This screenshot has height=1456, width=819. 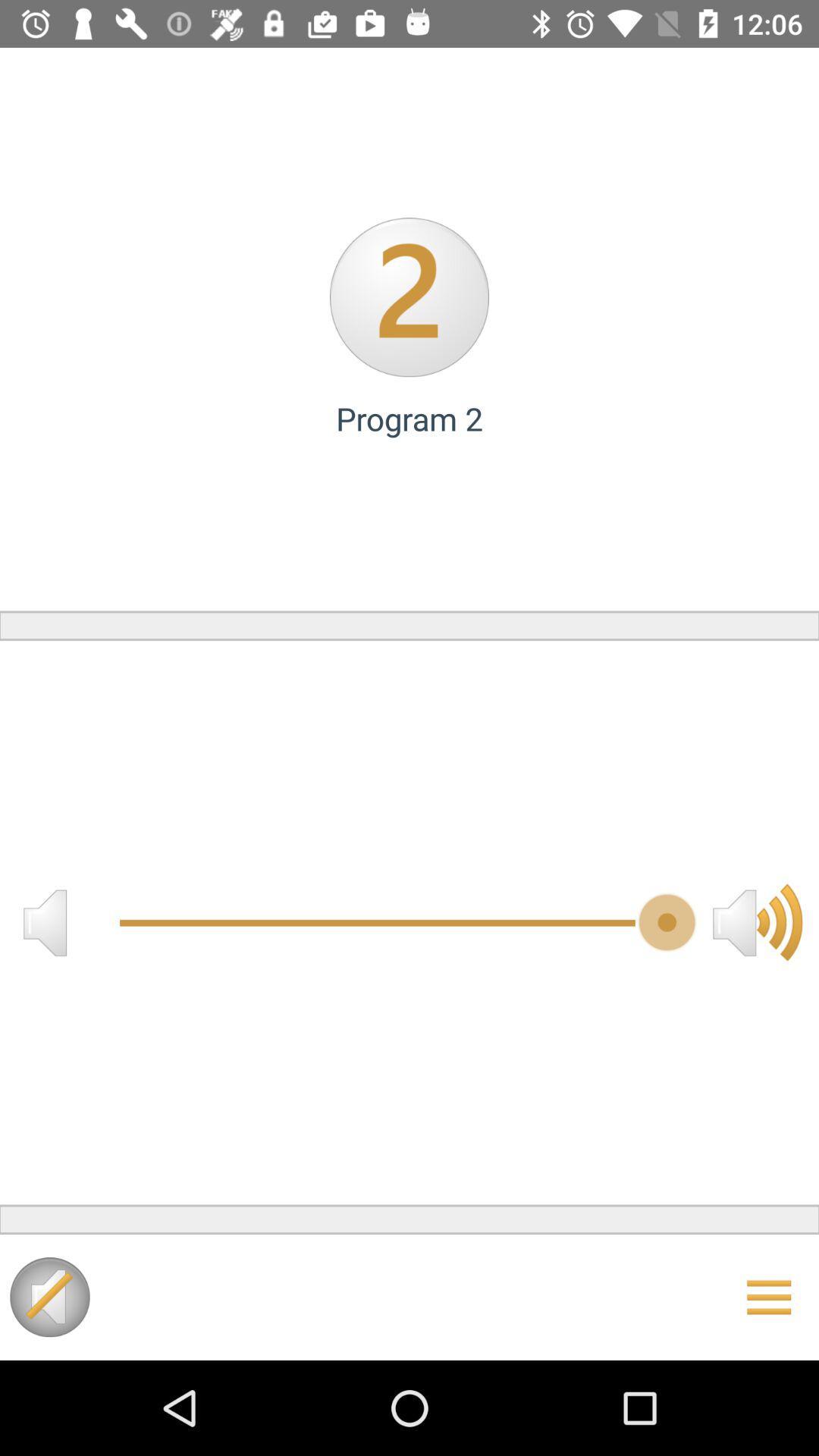 What do you see at coordinates (49, 1296) in the screenshot?
I see `mute` at bounding box center [49, 1296].